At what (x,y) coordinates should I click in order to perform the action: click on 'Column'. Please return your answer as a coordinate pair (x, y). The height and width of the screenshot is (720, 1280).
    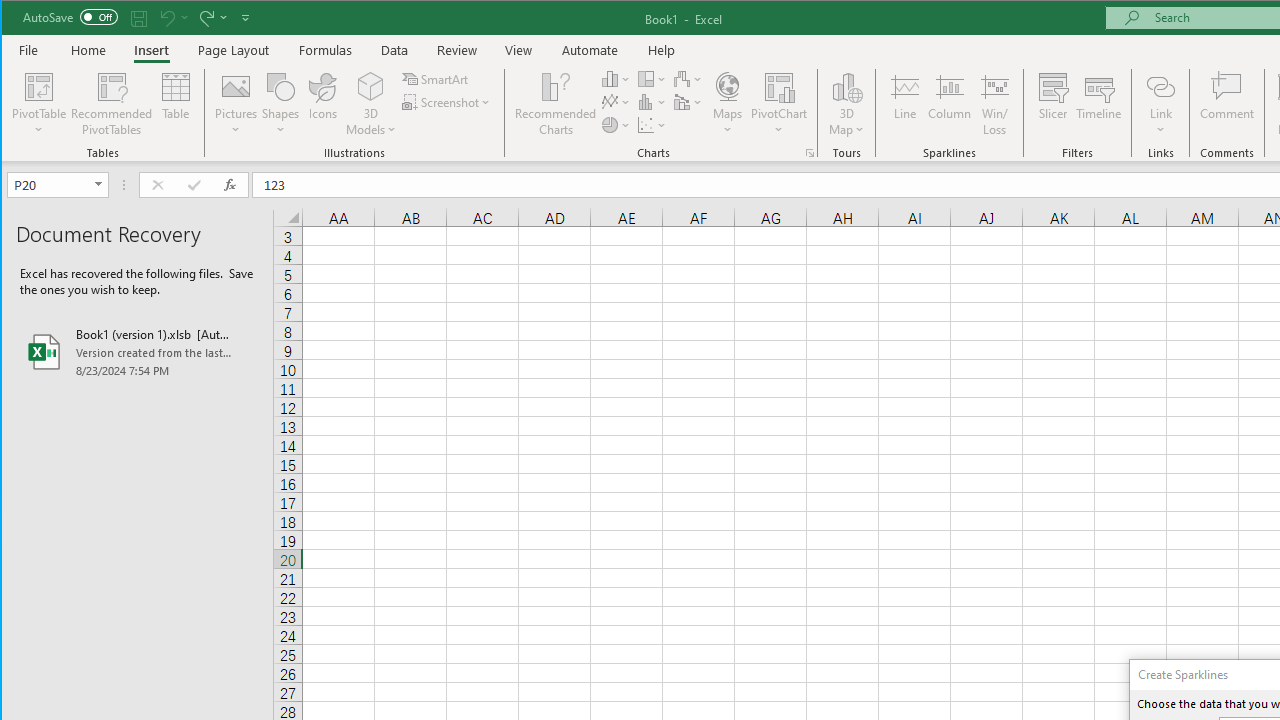
    Looking at the image, I should click on (948, 104).